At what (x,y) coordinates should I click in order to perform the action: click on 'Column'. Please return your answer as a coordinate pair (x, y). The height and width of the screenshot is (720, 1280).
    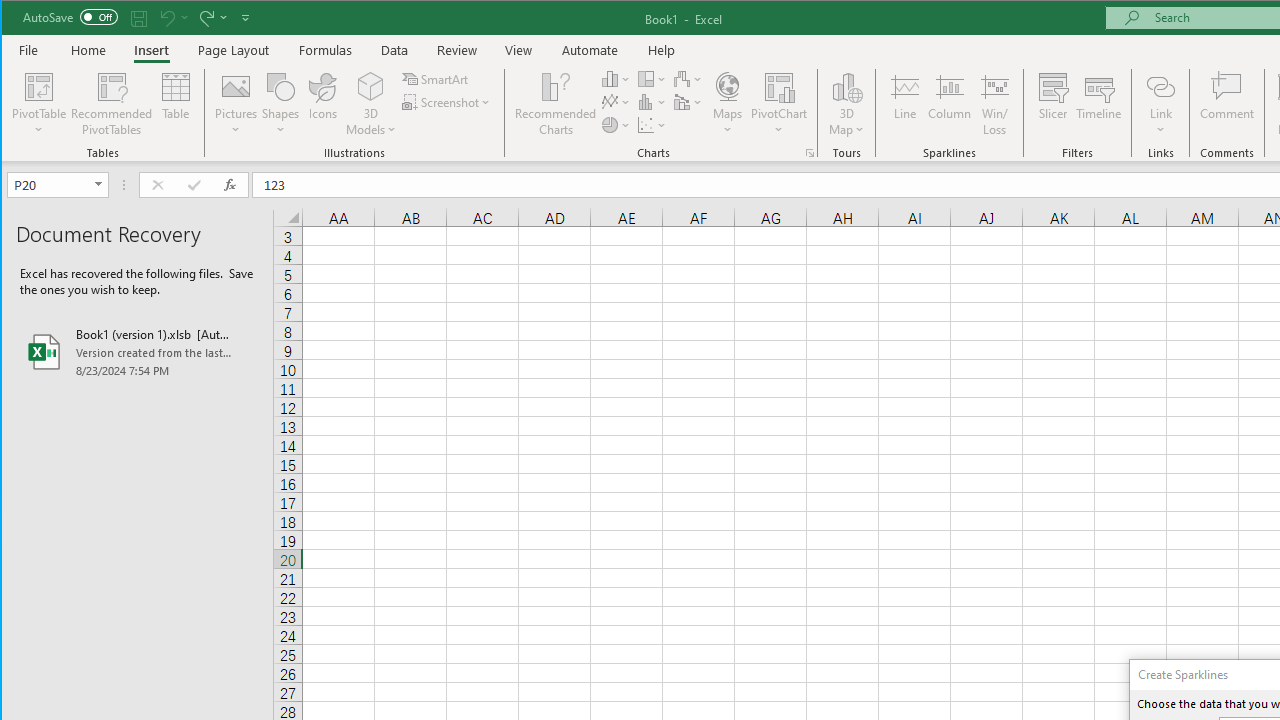
    Looking at the image, I should click on (948, 104).